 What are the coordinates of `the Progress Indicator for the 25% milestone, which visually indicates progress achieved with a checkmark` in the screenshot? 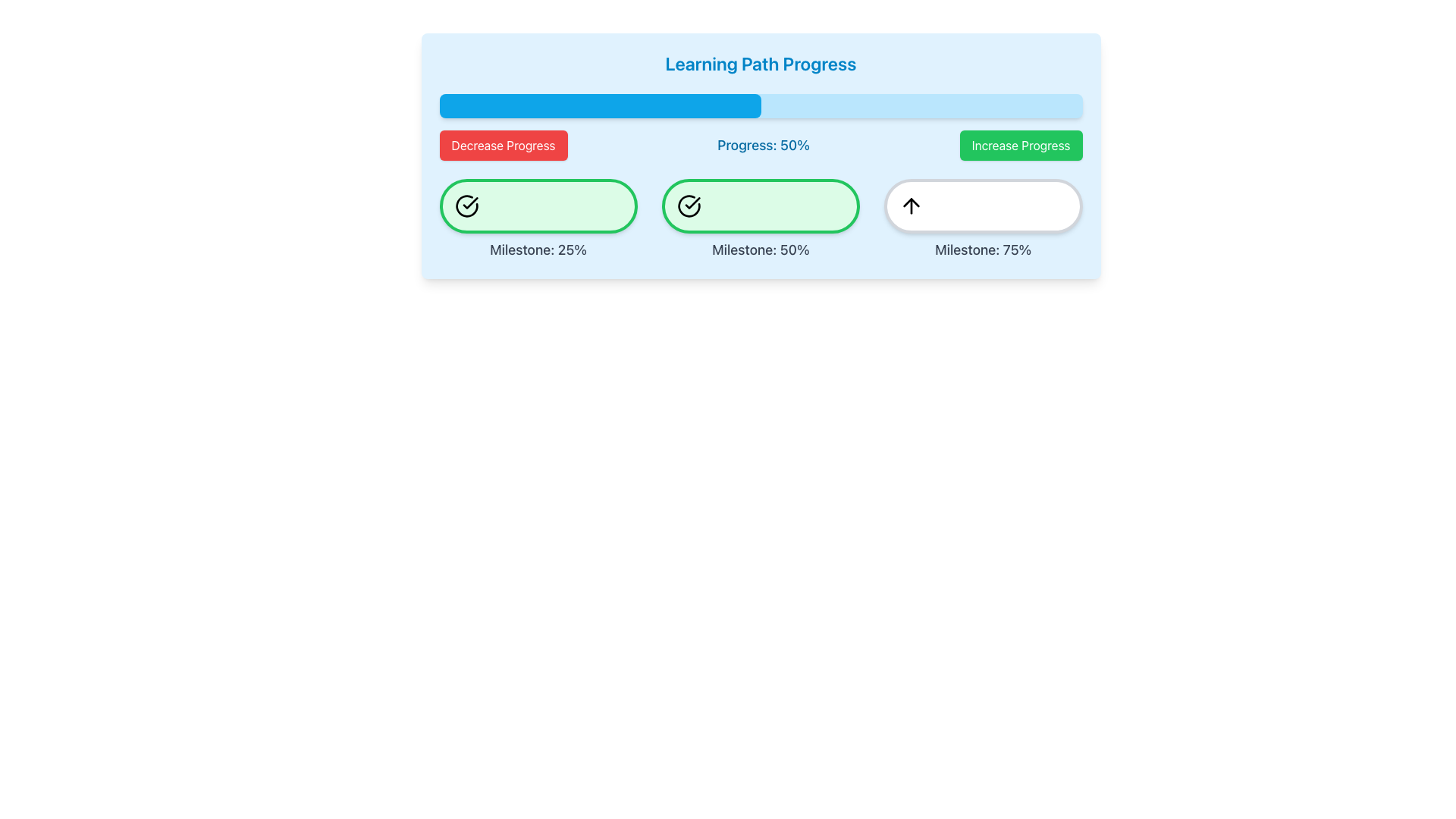 It's located at (538, 206).